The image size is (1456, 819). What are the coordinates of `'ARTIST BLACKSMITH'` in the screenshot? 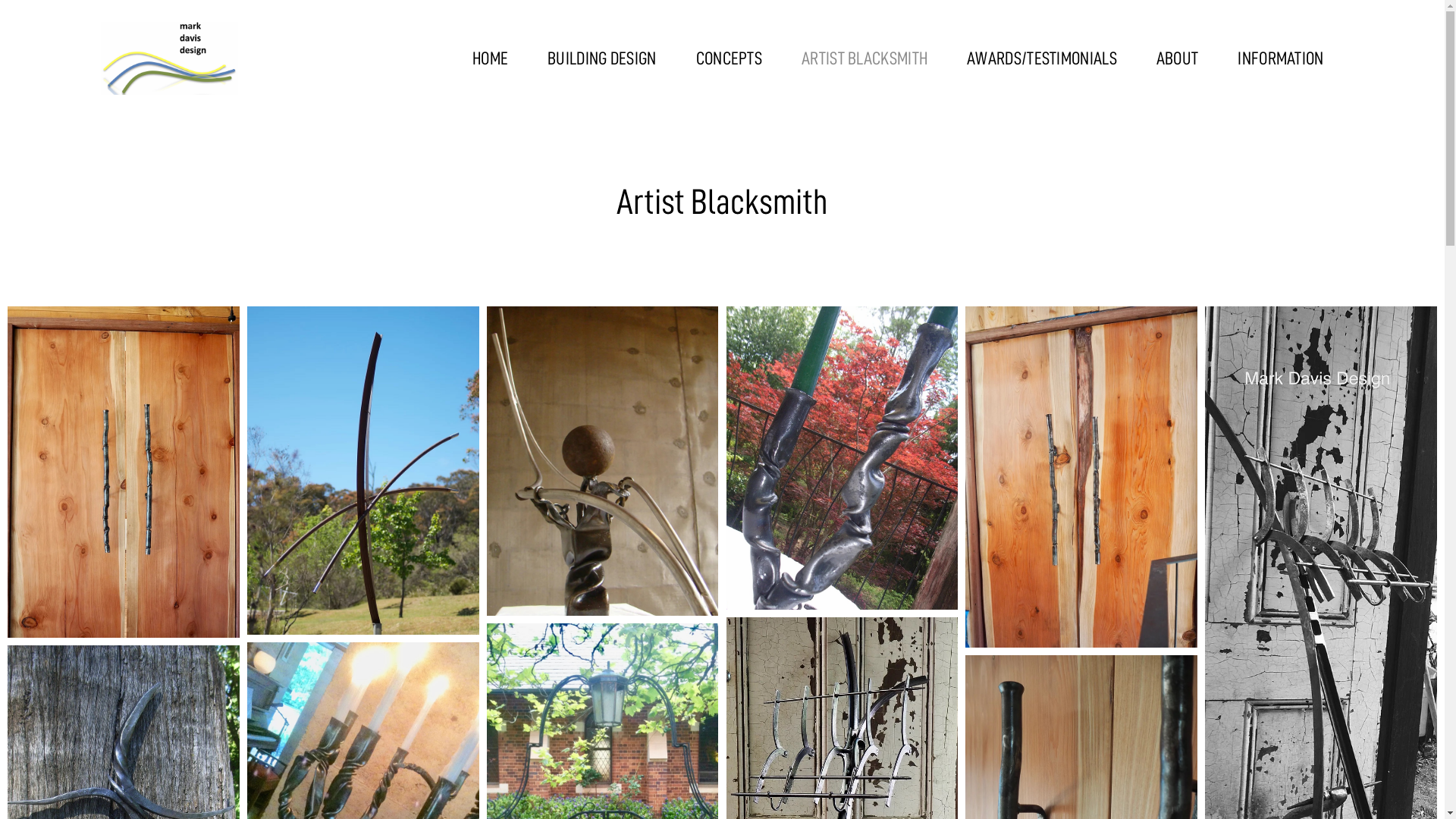 It's located at (864, 58).